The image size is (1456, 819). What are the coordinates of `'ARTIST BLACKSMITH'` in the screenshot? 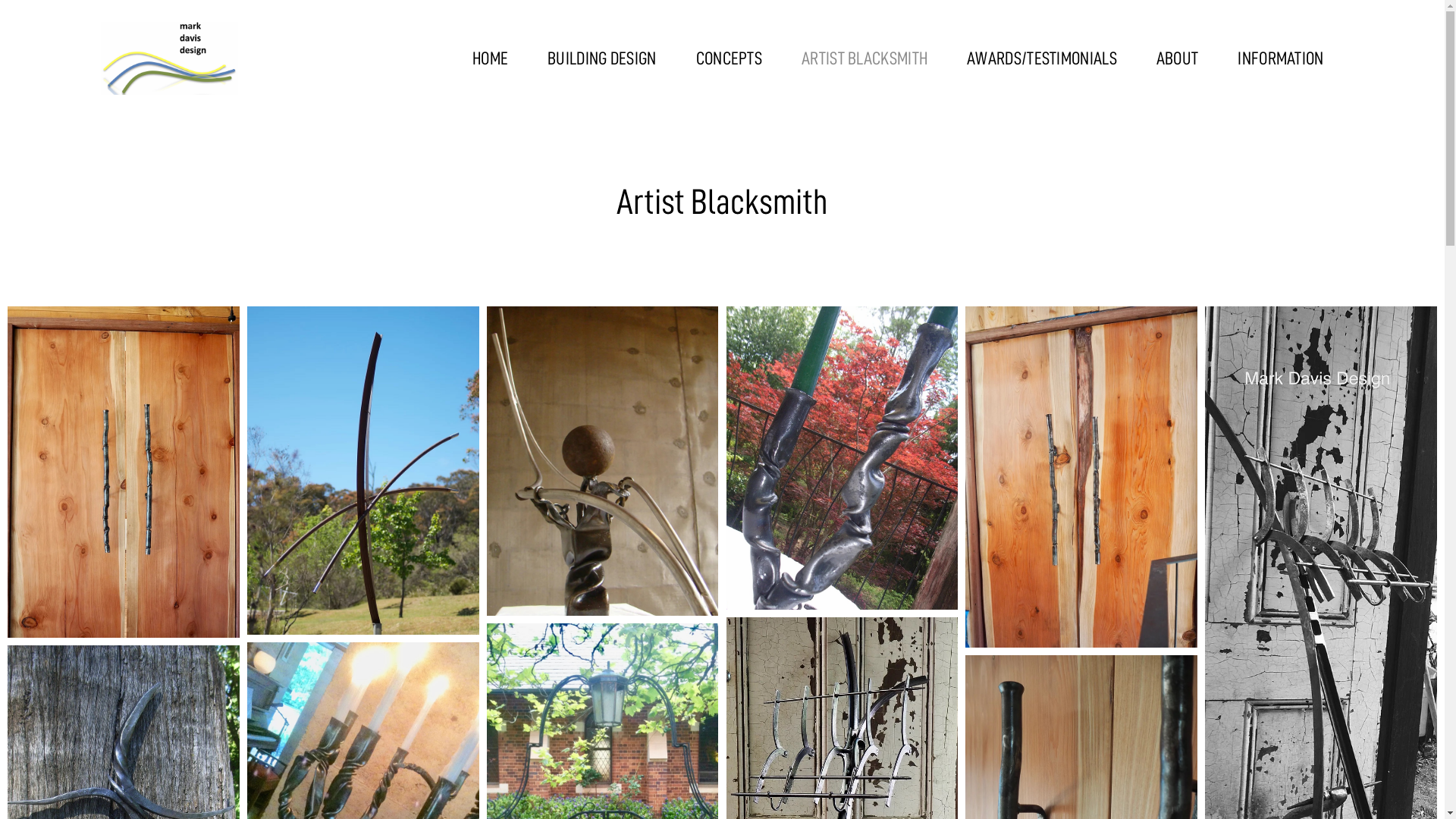 It's located at (864, 58).